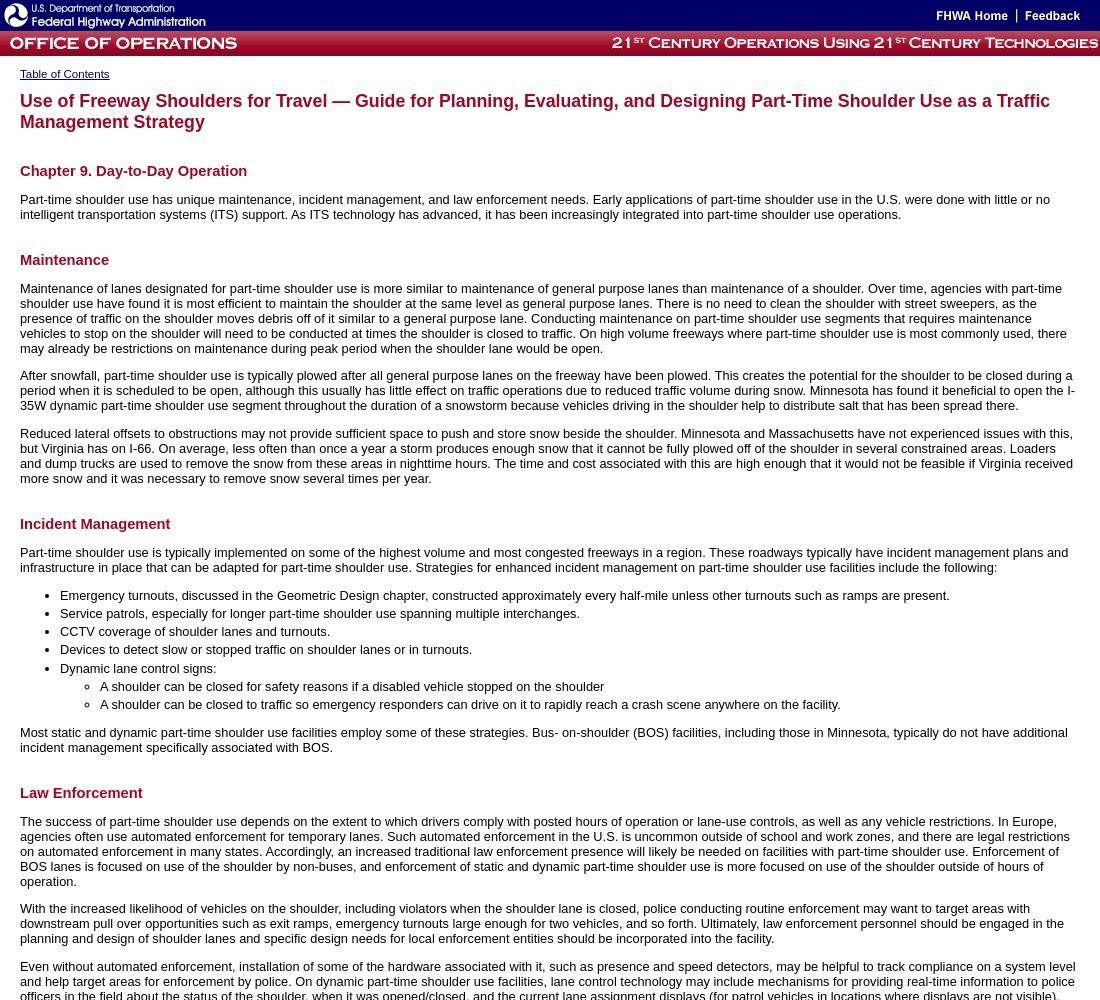  Describe the element at coordinates (19, 171) in the screenshot. I see `'Chapter 9. Day-to-Day Operation'` at that location.